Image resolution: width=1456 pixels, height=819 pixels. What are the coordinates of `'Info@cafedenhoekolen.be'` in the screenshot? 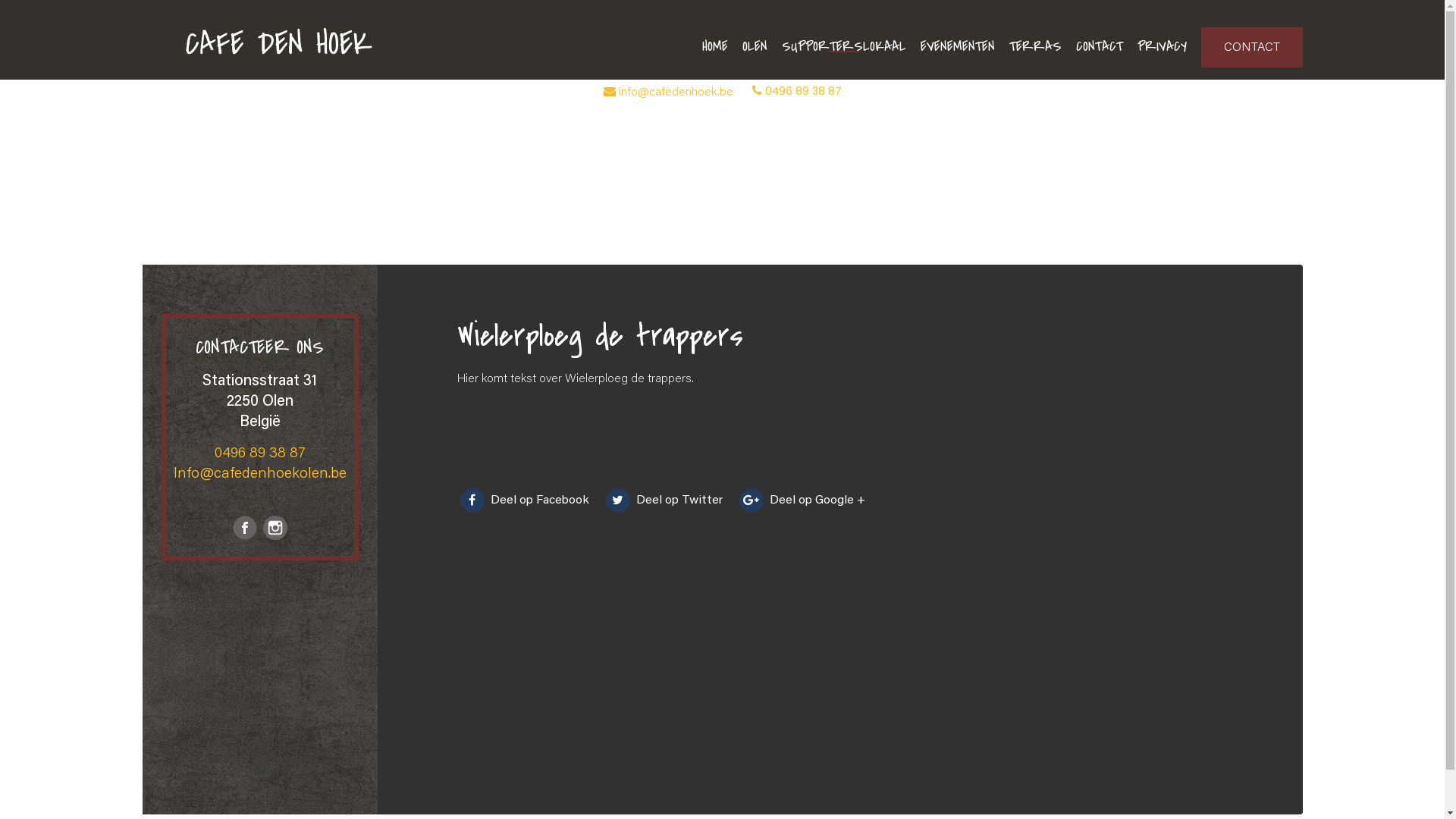 It's located at (259, 472).